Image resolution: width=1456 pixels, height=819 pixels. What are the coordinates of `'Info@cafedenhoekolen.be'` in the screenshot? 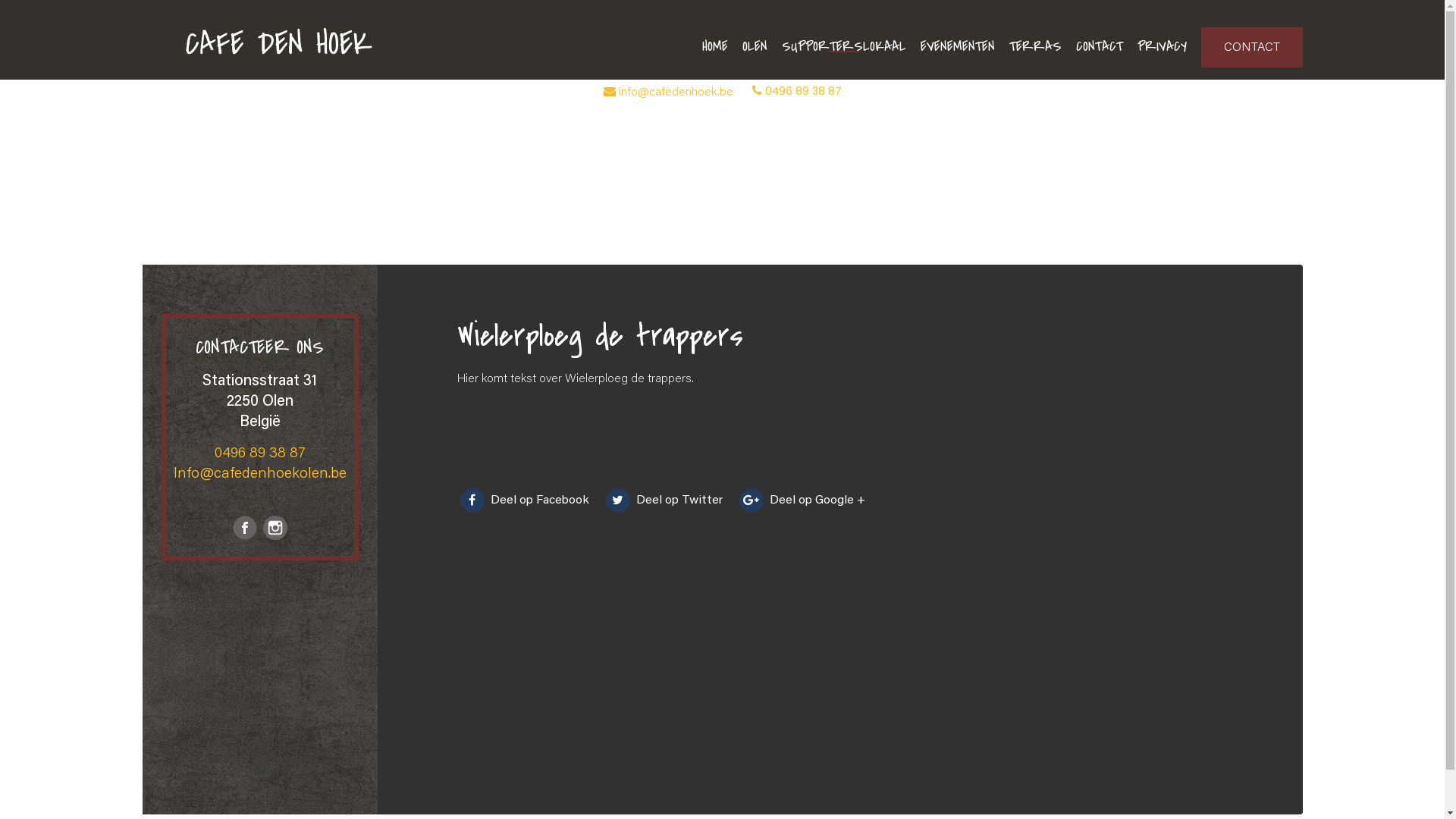 It's located at (259, 472).